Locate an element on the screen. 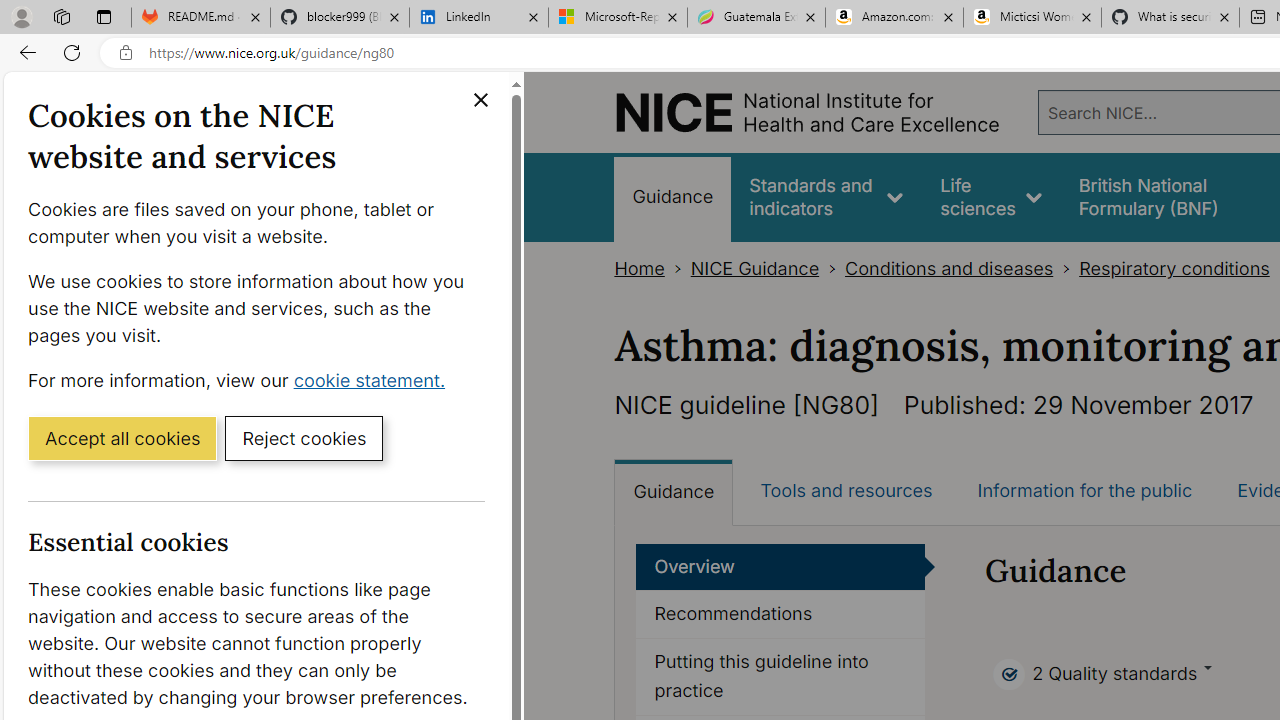 This screenshot has width=1280, height=720. 'Overview' is located at coordinates (780, 567).